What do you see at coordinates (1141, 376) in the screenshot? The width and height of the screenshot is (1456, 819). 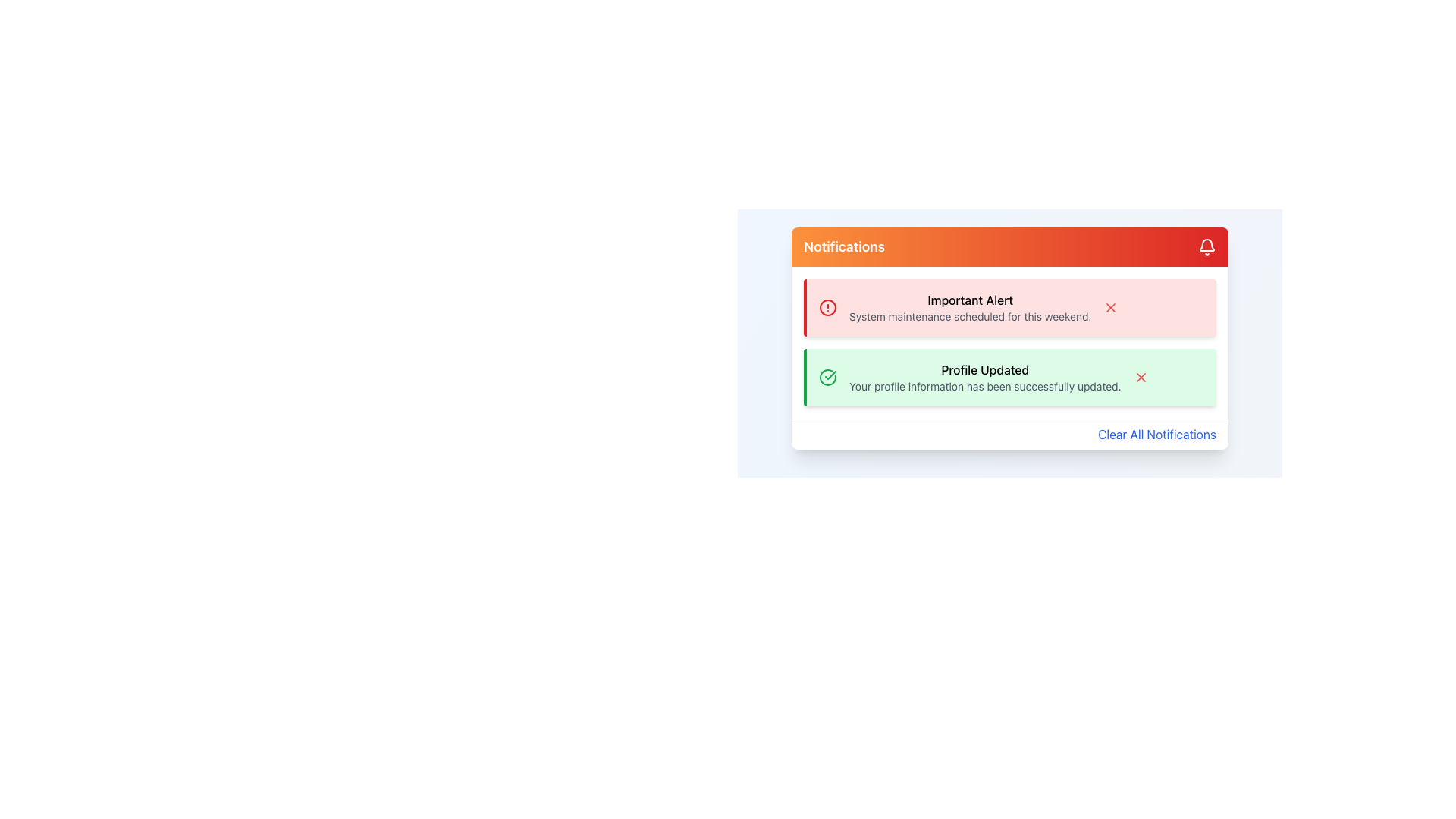 I see `the close button for the 'Profile Updated' notification to trigger the hover effect` at bounding box center [1141, 376].